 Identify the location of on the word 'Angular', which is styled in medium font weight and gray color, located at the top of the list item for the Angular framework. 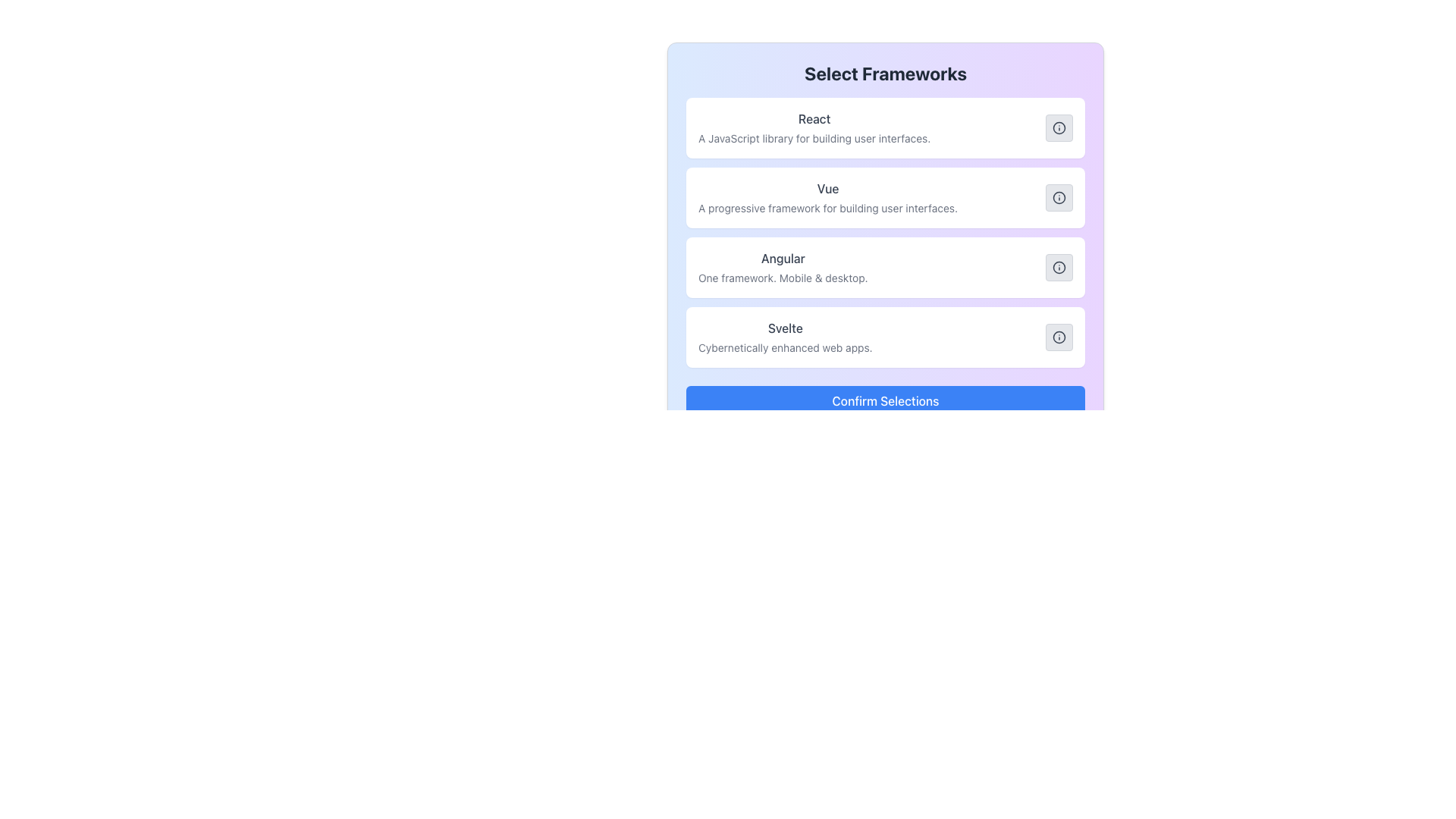
(783, 257).